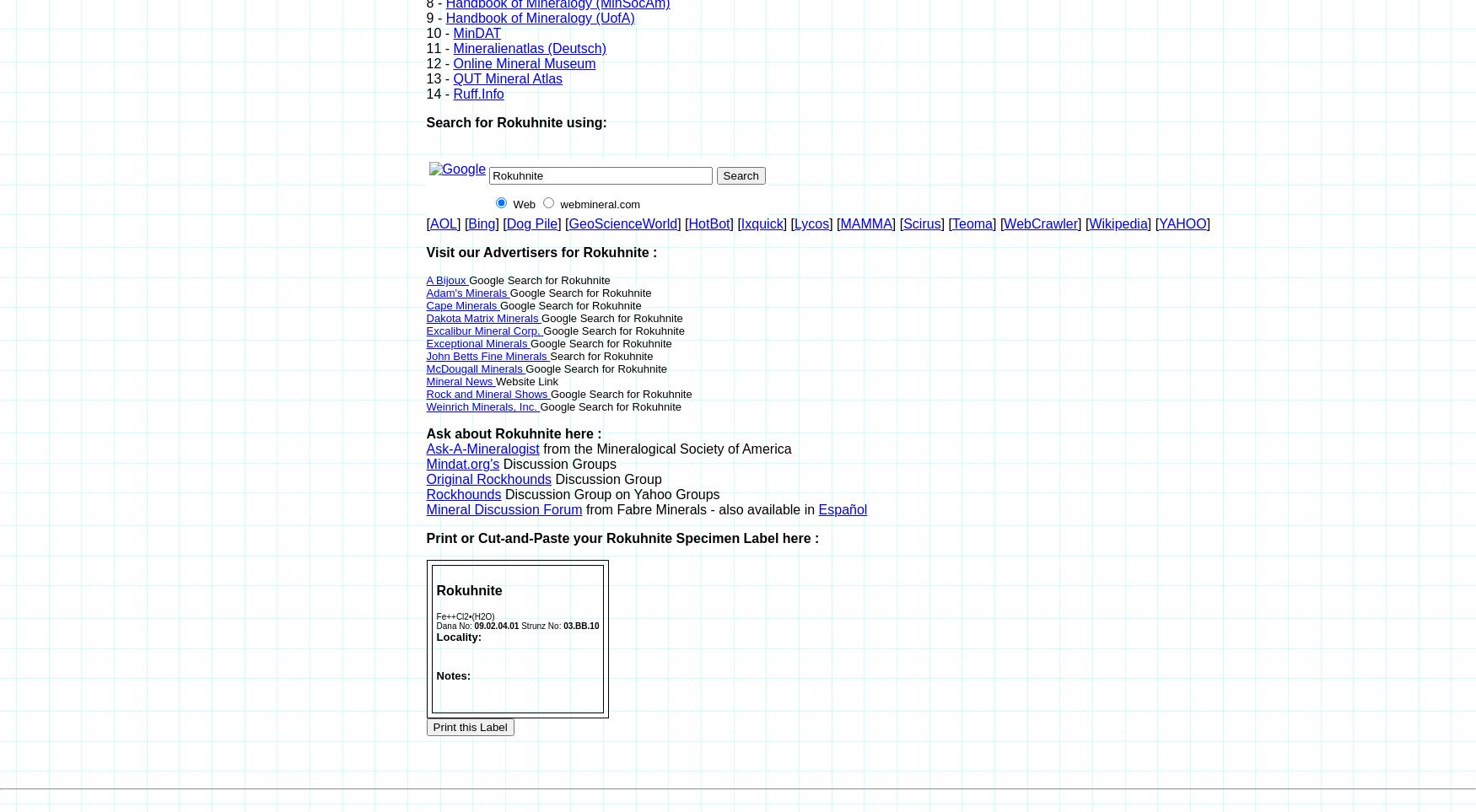 The height and width of the screenshot is (812, 1476). What do you see at coordinates (1181, 223) in the screenshot?
I see `'YAHOO'` at bounding box center [1181, 223].